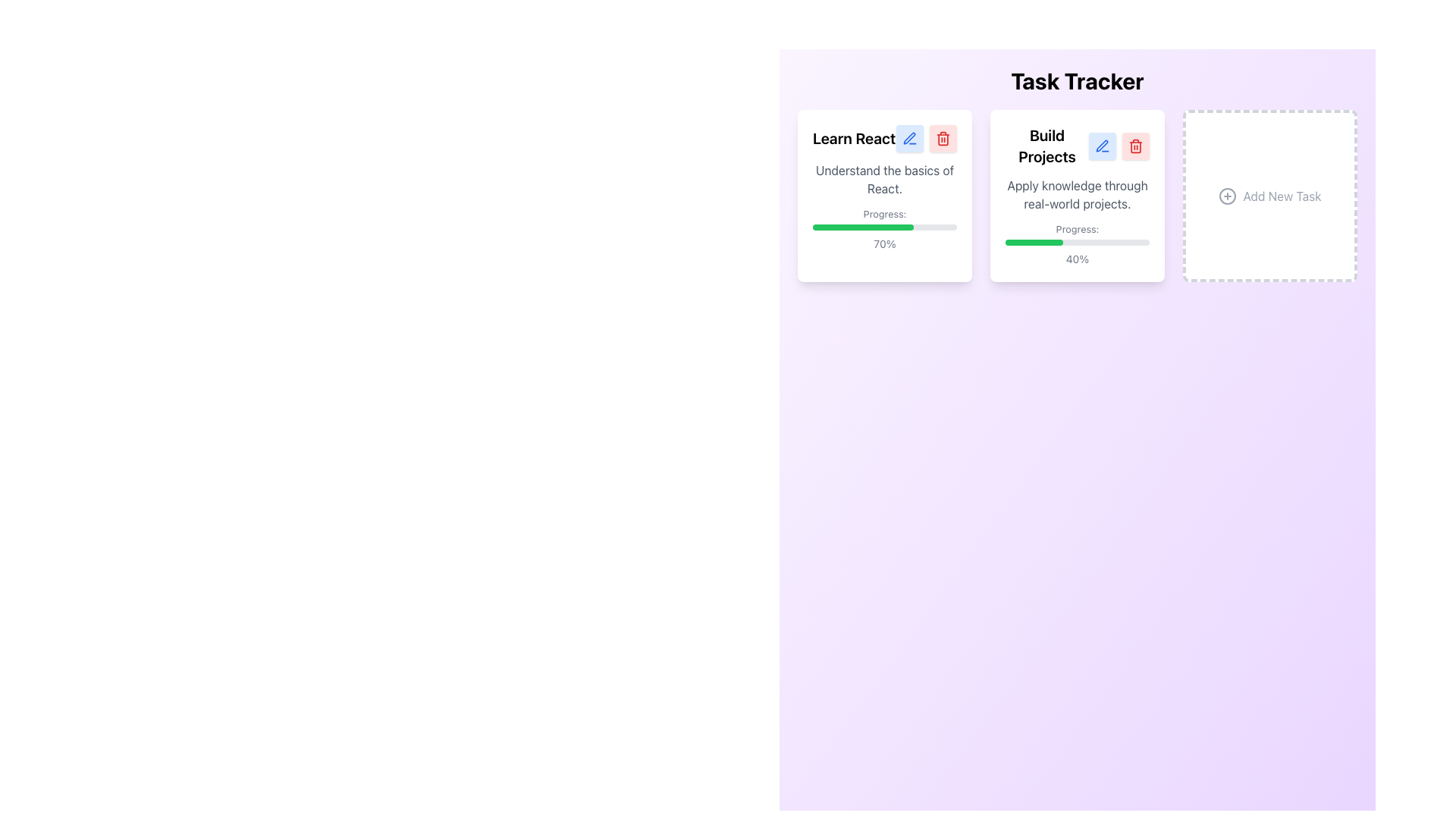  I want to click on around the progress bar located in the middle card under the 'Build Projects' heading to interact with it or view its description, so click(1076, 243).